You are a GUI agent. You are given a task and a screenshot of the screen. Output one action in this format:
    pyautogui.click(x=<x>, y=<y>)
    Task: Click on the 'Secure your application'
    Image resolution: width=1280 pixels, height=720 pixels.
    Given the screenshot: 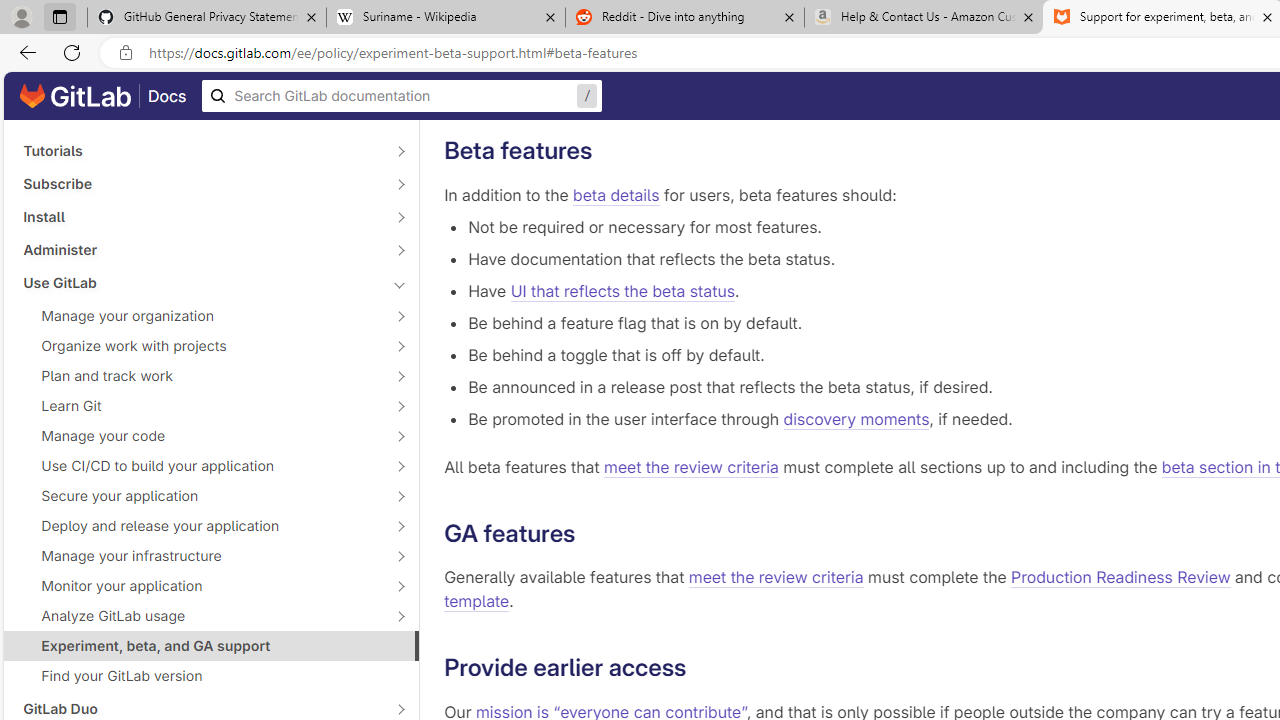 What is the action you would take?
    pyautogui.click(x=200, y=495)
    